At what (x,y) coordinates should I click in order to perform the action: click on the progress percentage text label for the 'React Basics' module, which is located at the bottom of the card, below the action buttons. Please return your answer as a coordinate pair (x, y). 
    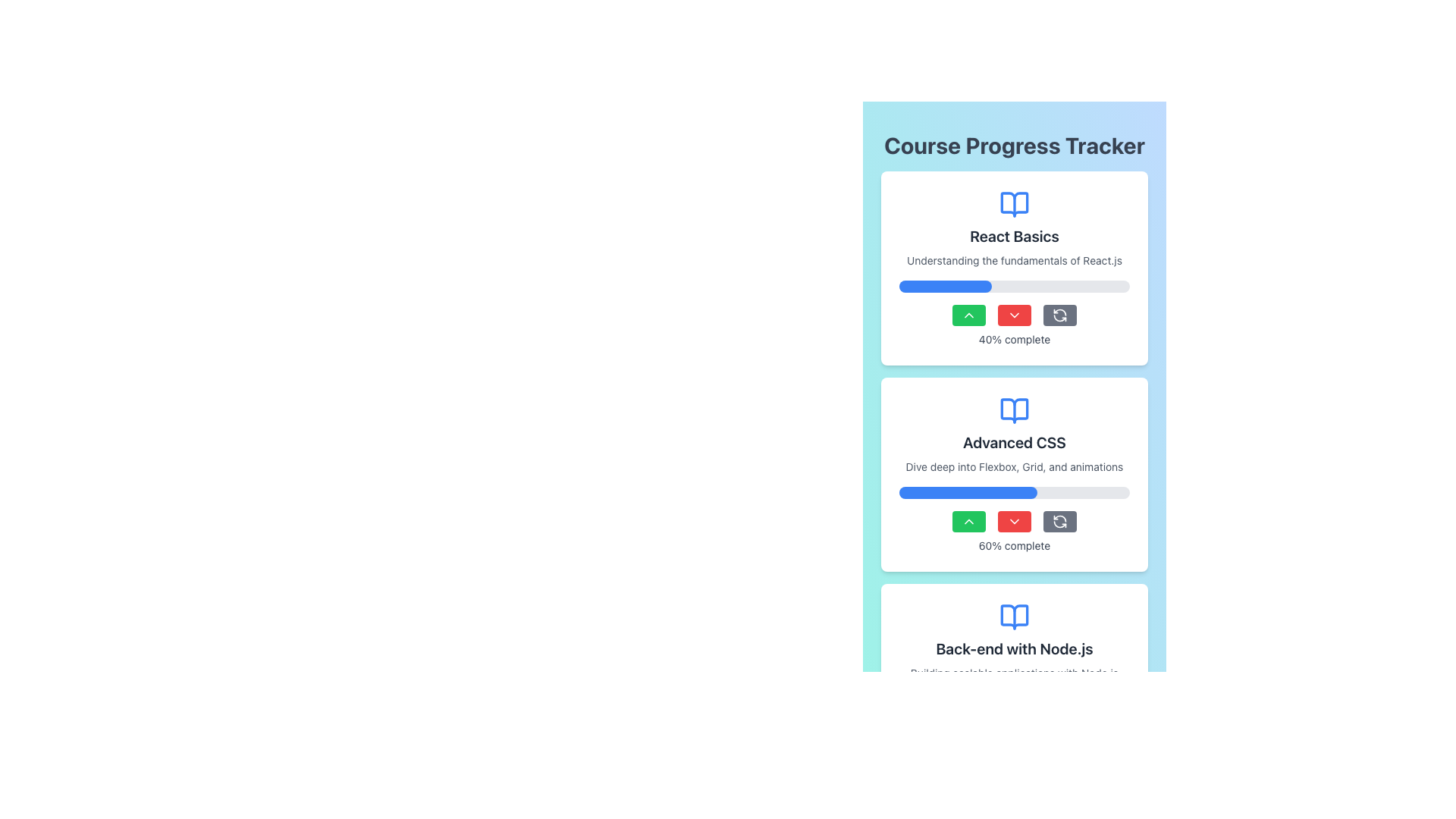
    Looking at the image, I should click on (1015, 338).